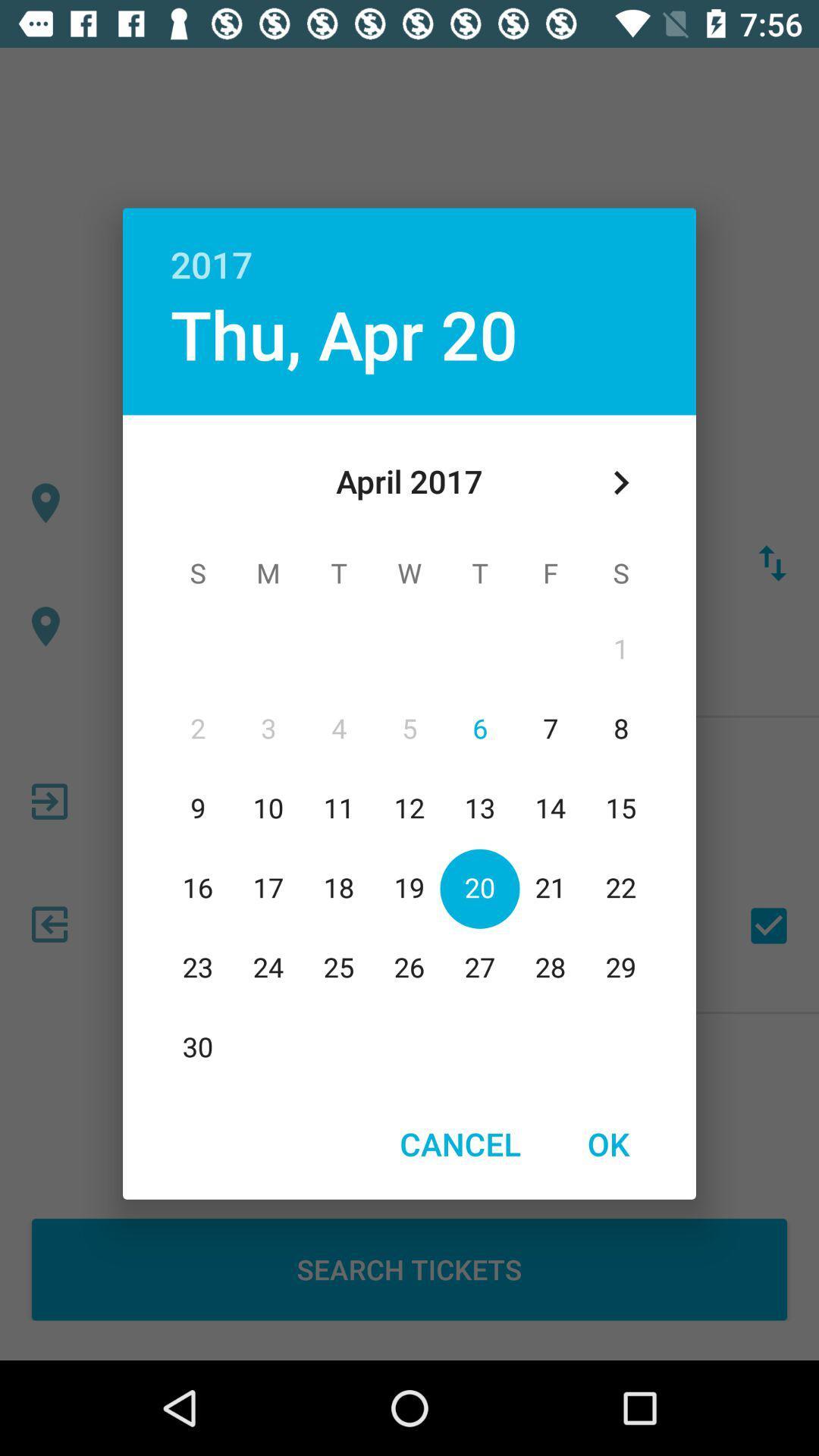  Describe the element at coordinates (460, 1144) in the screenshot. I see `the cancel` at that location.